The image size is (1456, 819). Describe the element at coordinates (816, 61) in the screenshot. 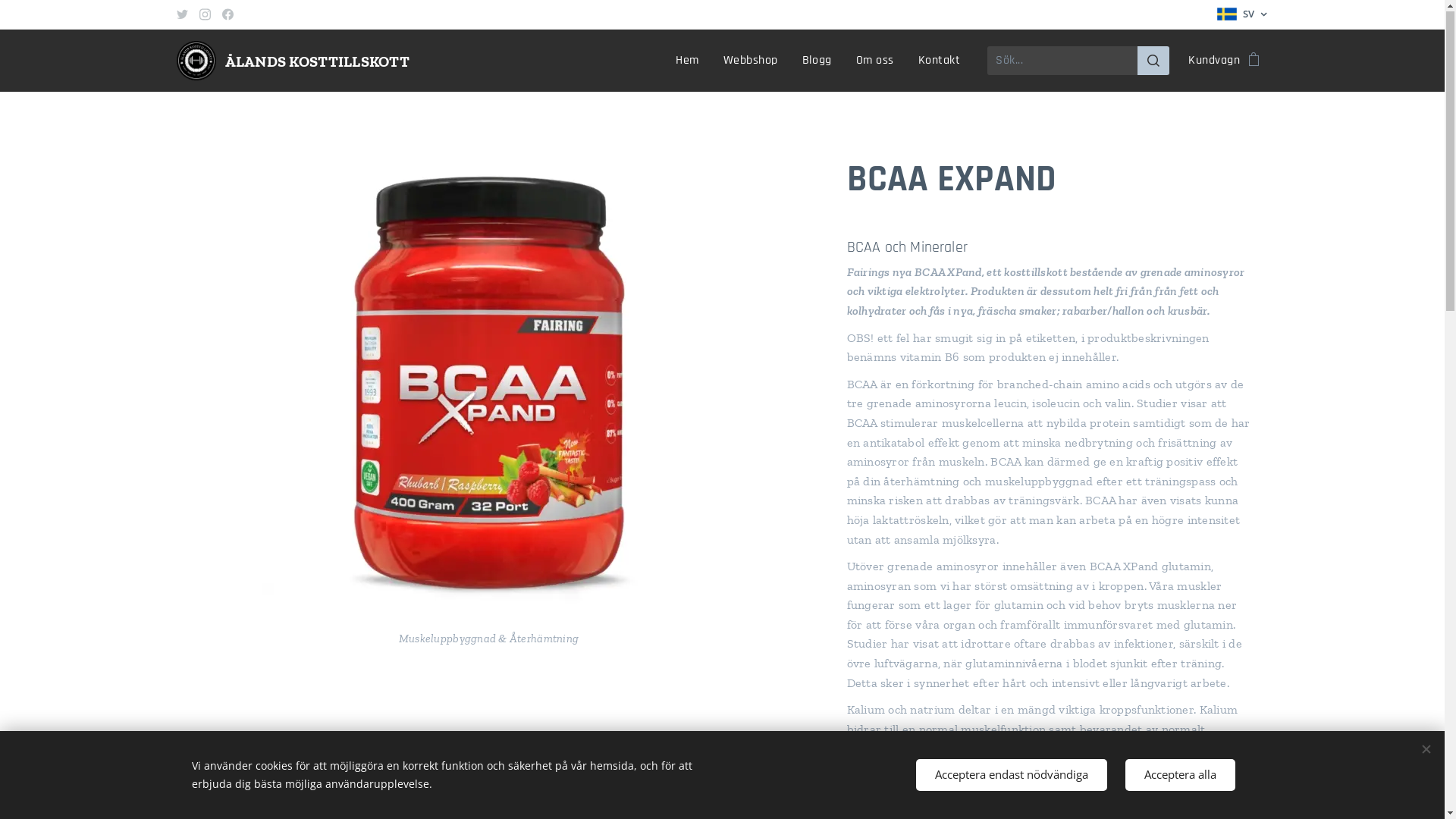

I see `'Blogg'` at that location.